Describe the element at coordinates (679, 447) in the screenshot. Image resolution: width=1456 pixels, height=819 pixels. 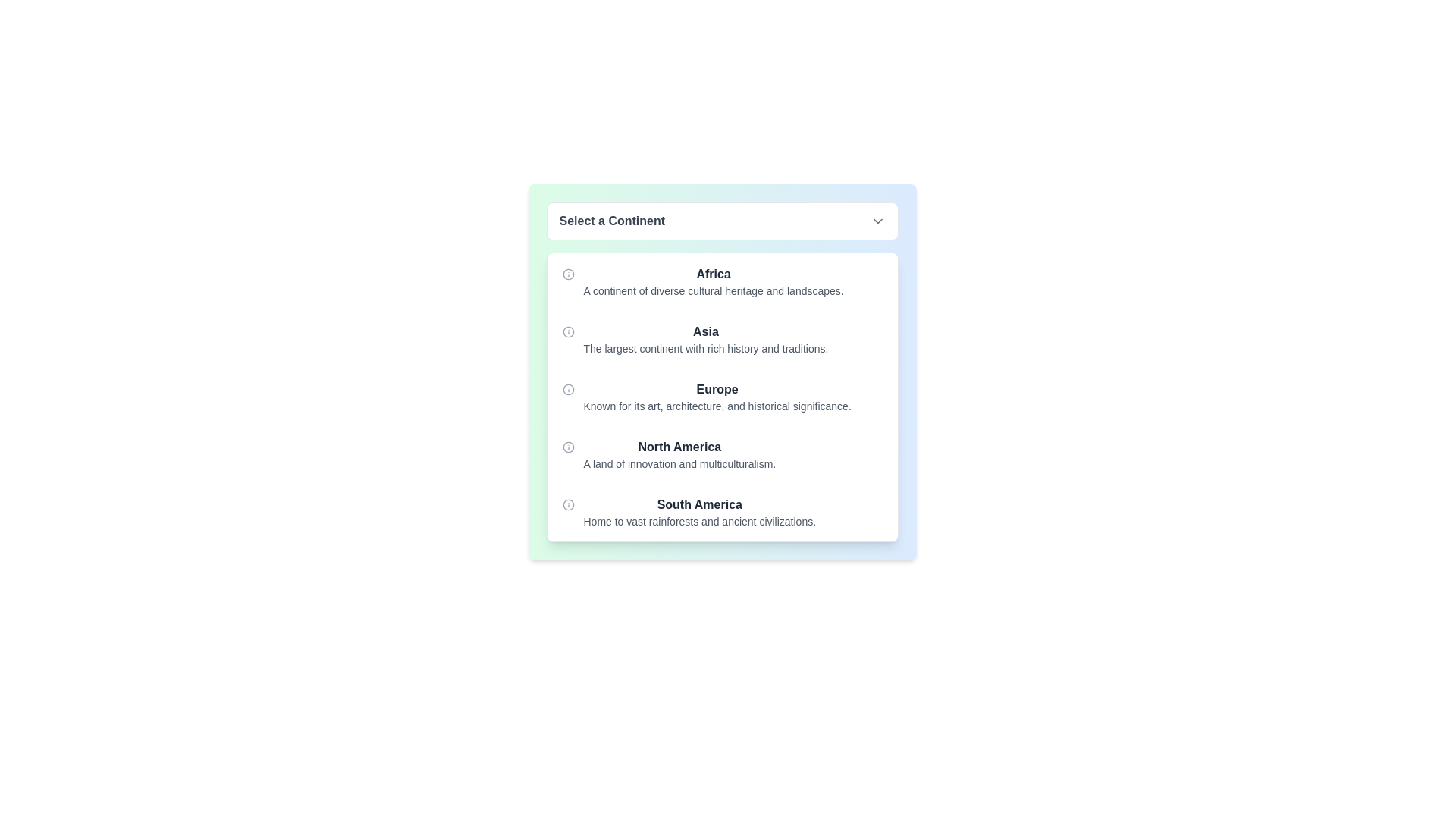
I see `the Text Label reading 'North America', which is the fourth item in the selection menu of continents, positioned between 'Europe' and its description 'A land of innovation and multiculturalism'` at that location.